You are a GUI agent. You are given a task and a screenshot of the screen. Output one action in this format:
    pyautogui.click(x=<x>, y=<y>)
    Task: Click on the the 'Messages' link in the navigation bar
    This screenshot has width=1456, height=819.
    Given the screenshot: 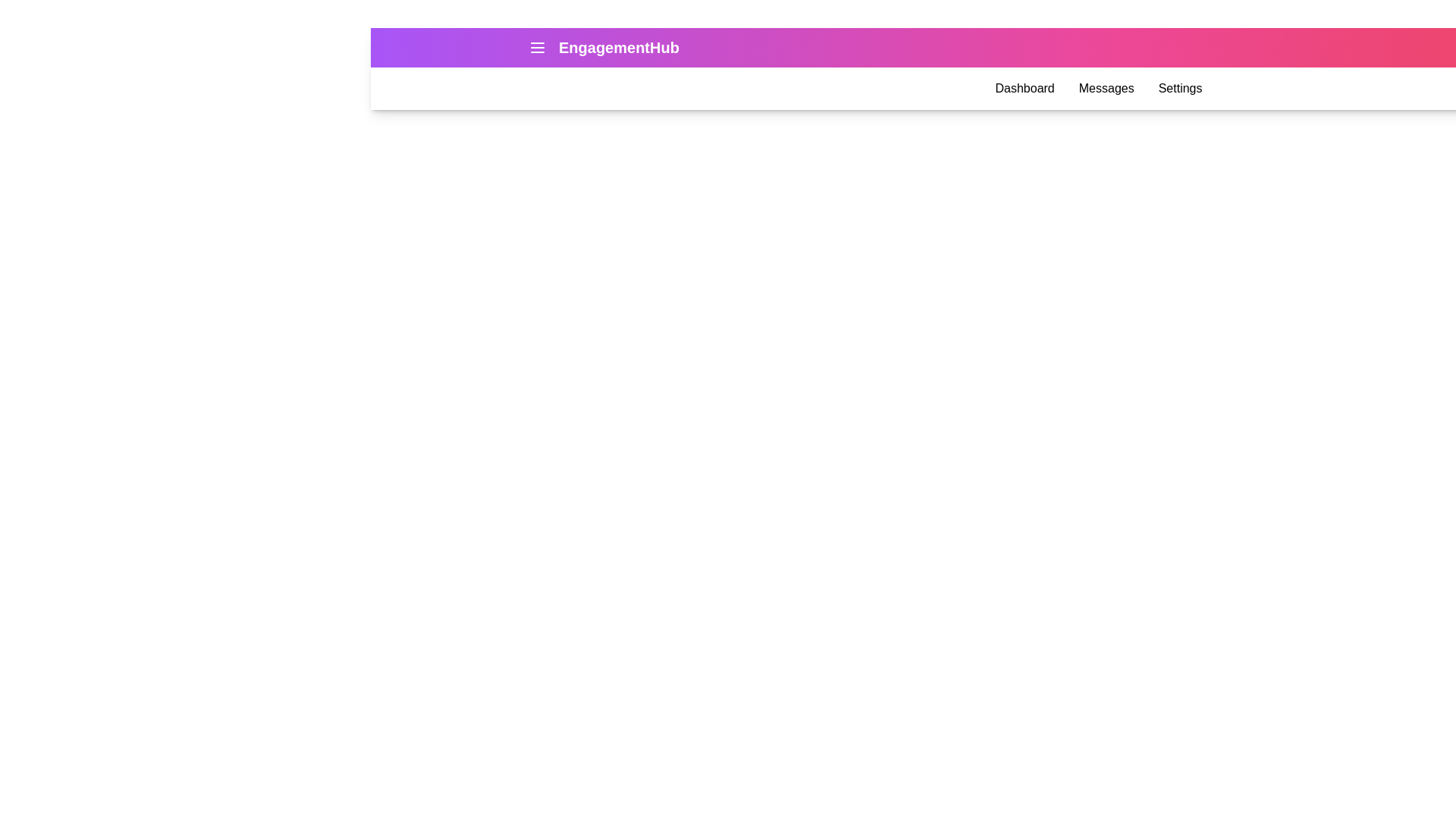 What is the action you would take?
    pyautogui.click(x=1106, y=88)
    